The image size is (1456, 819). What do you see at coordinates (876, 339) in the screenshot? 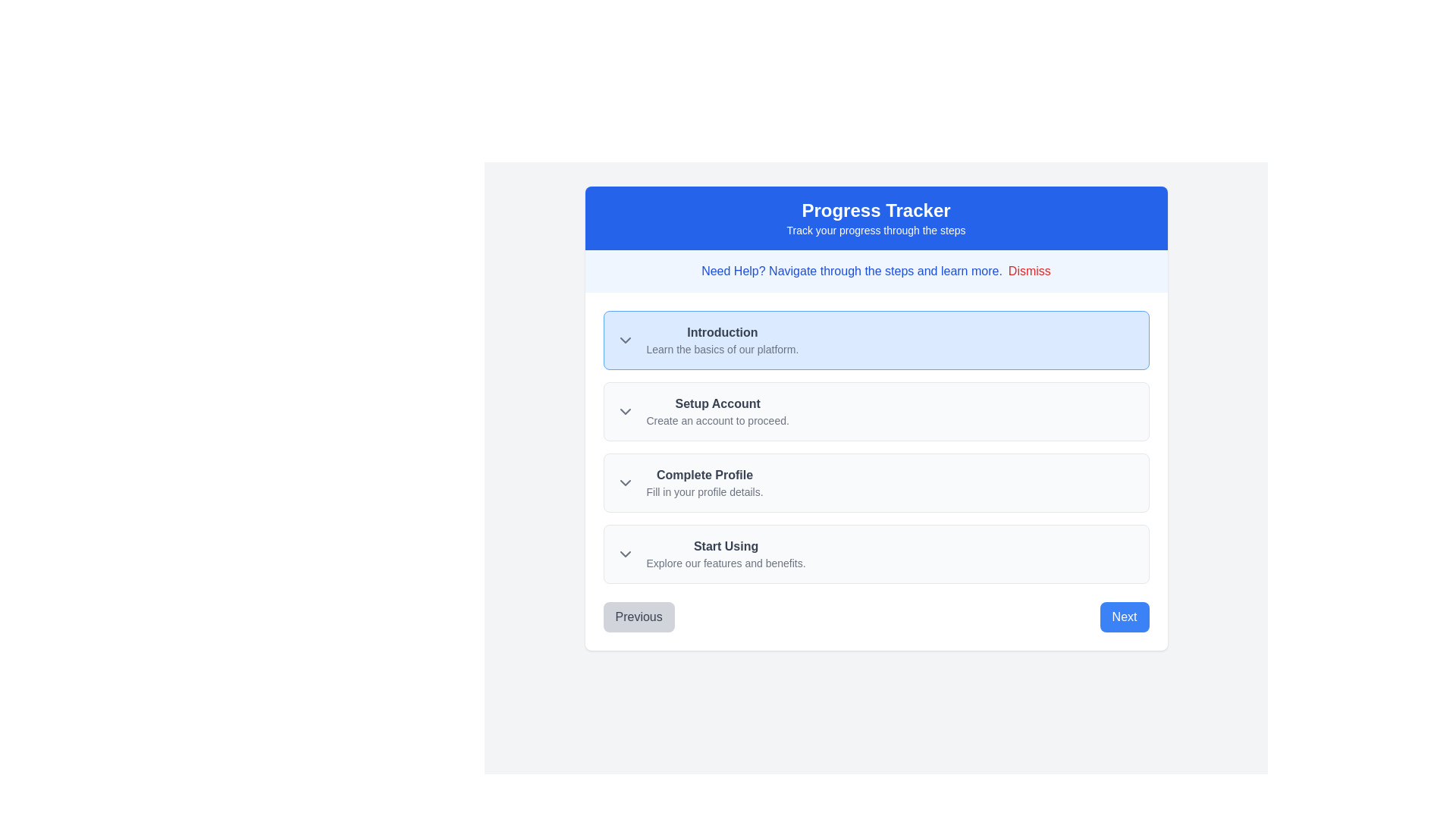
I see `the informational card at the top of the progress tracker interface for interaction` at bounding box center [876, 339].